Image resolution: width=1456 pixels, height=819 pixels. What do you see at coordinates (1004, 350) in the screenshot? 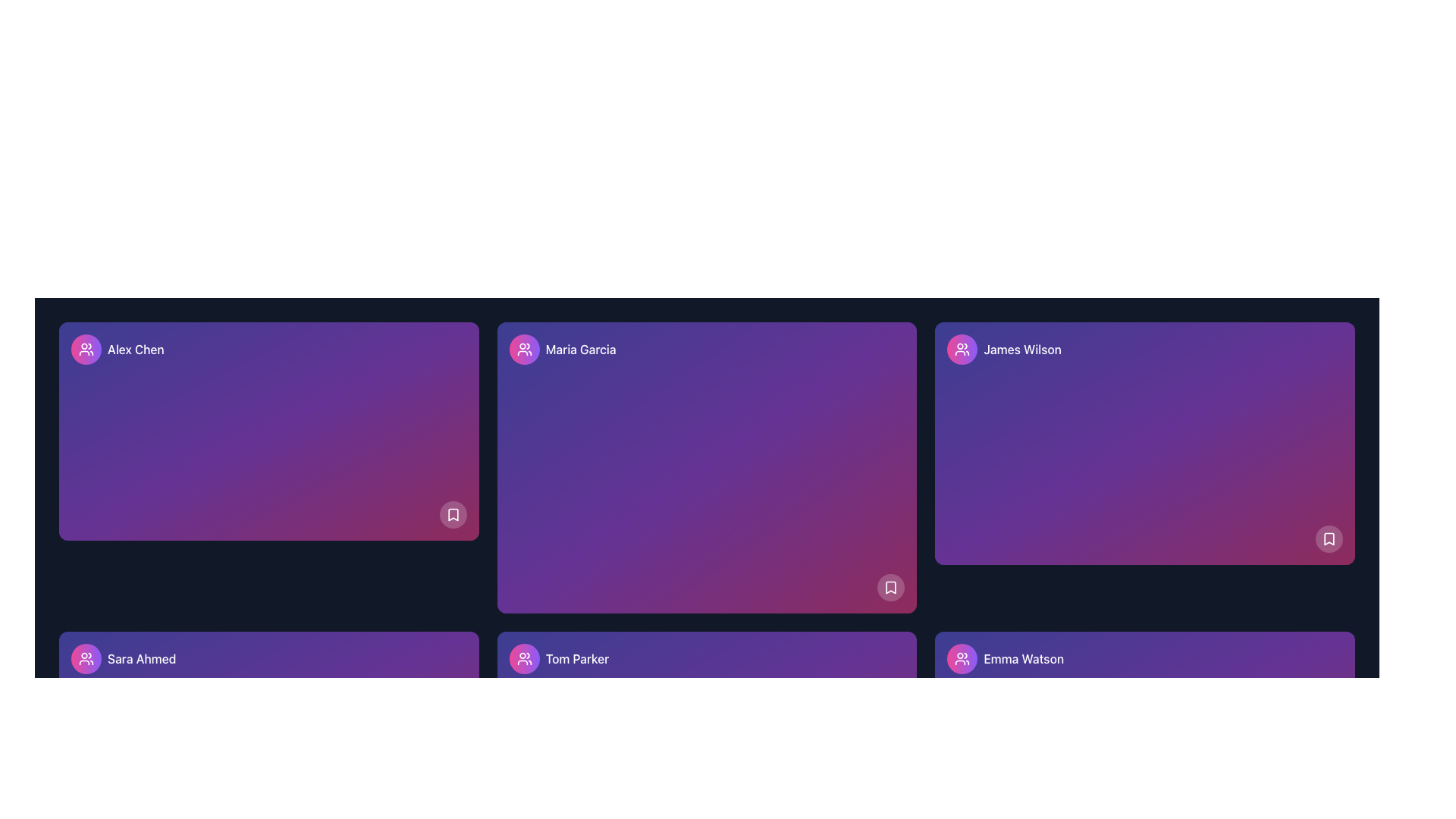
I see `the 'James Wilson' label with the circular gradient icon located at the top-left corner of the tile by moving the cursor to its center point` at bounding box center [1004, 350].